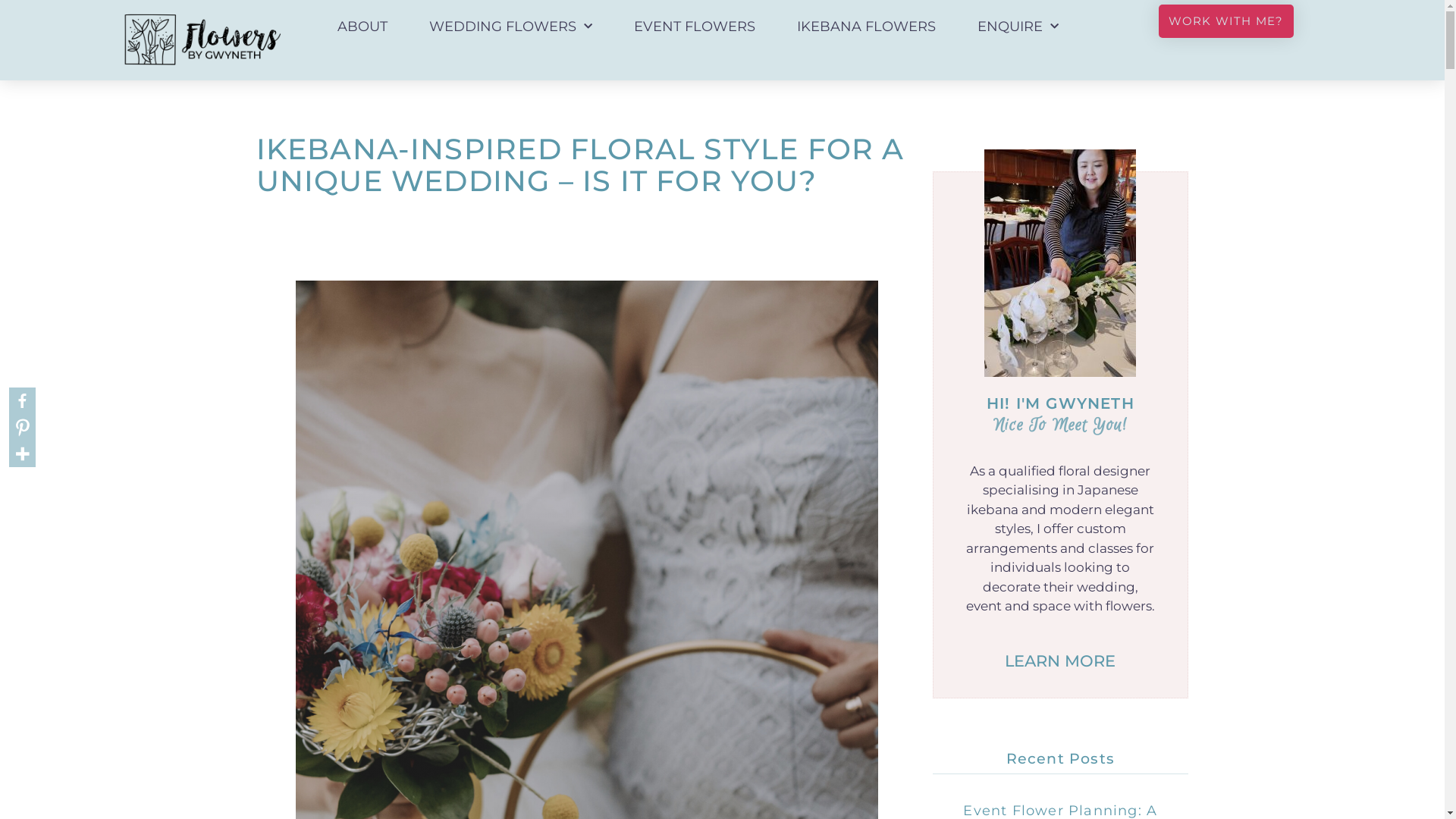 Image resolution: width=1456 pixels, height=819 pixels. I want to click on 'LEARN MORE', so click(1059, 660).